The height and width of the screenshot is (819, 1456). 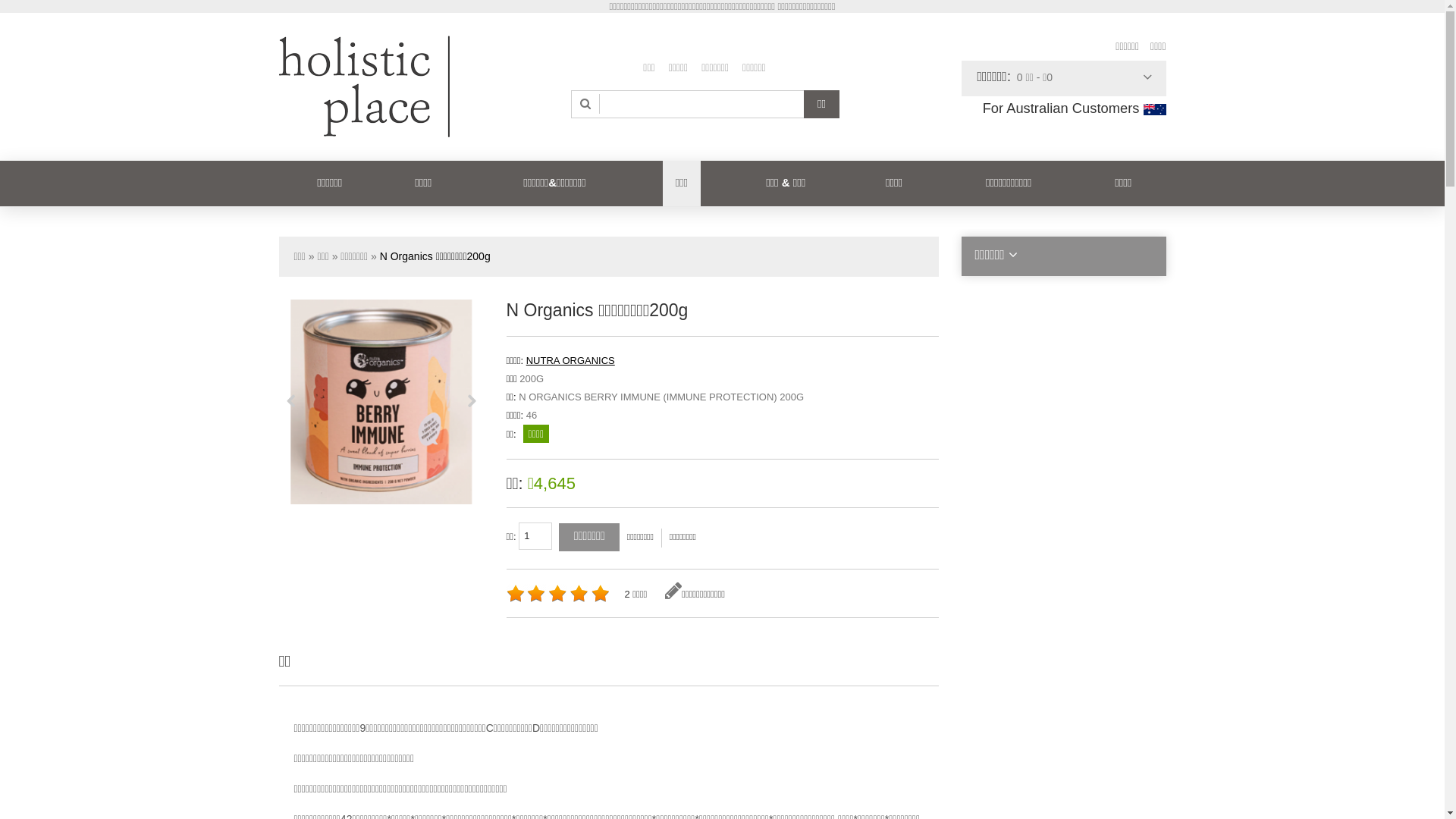 I want to click on 'NUTRA ORGANICS', so click(x=570, y=360).